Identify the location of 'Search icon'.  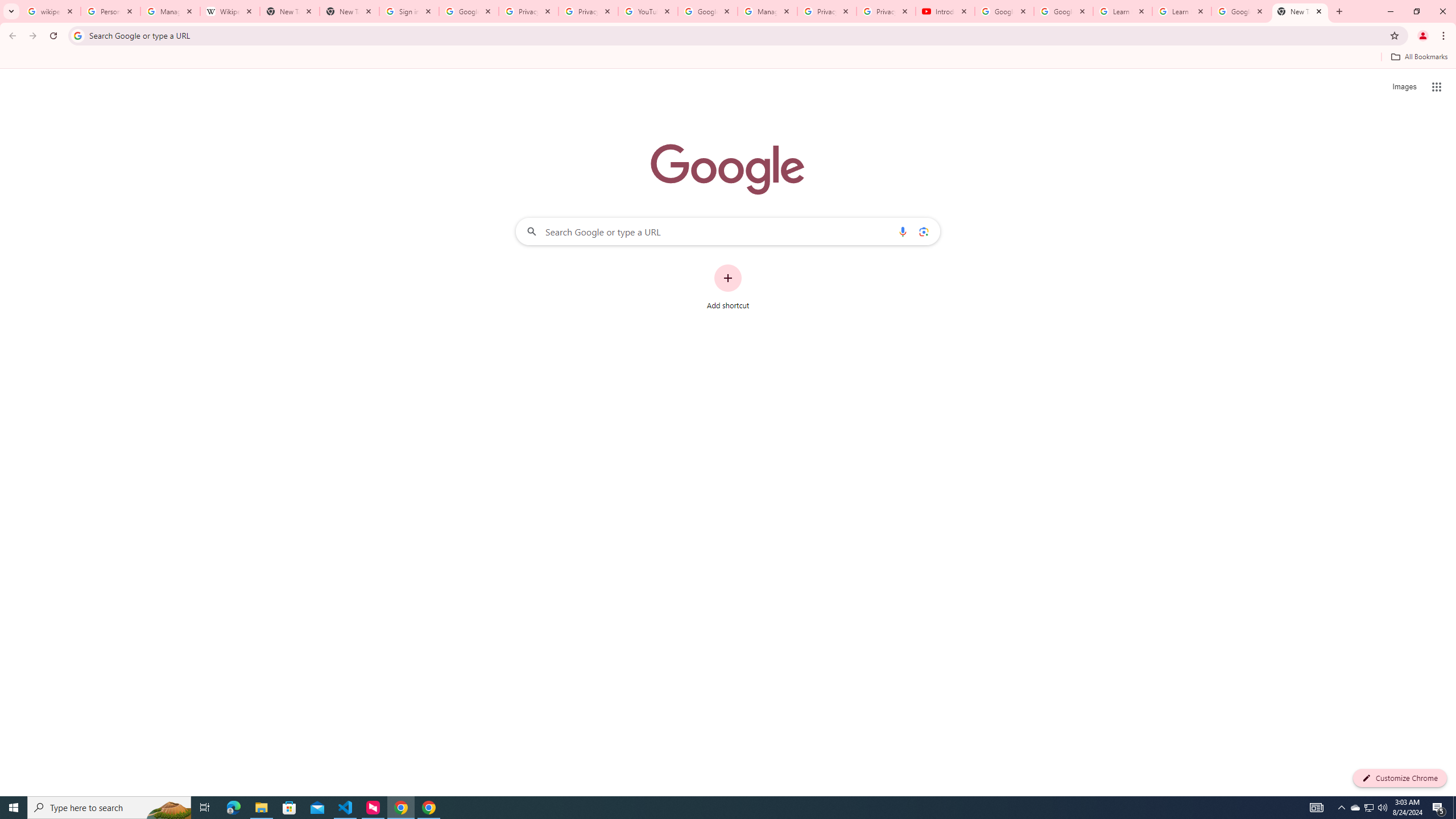
(77, 35).